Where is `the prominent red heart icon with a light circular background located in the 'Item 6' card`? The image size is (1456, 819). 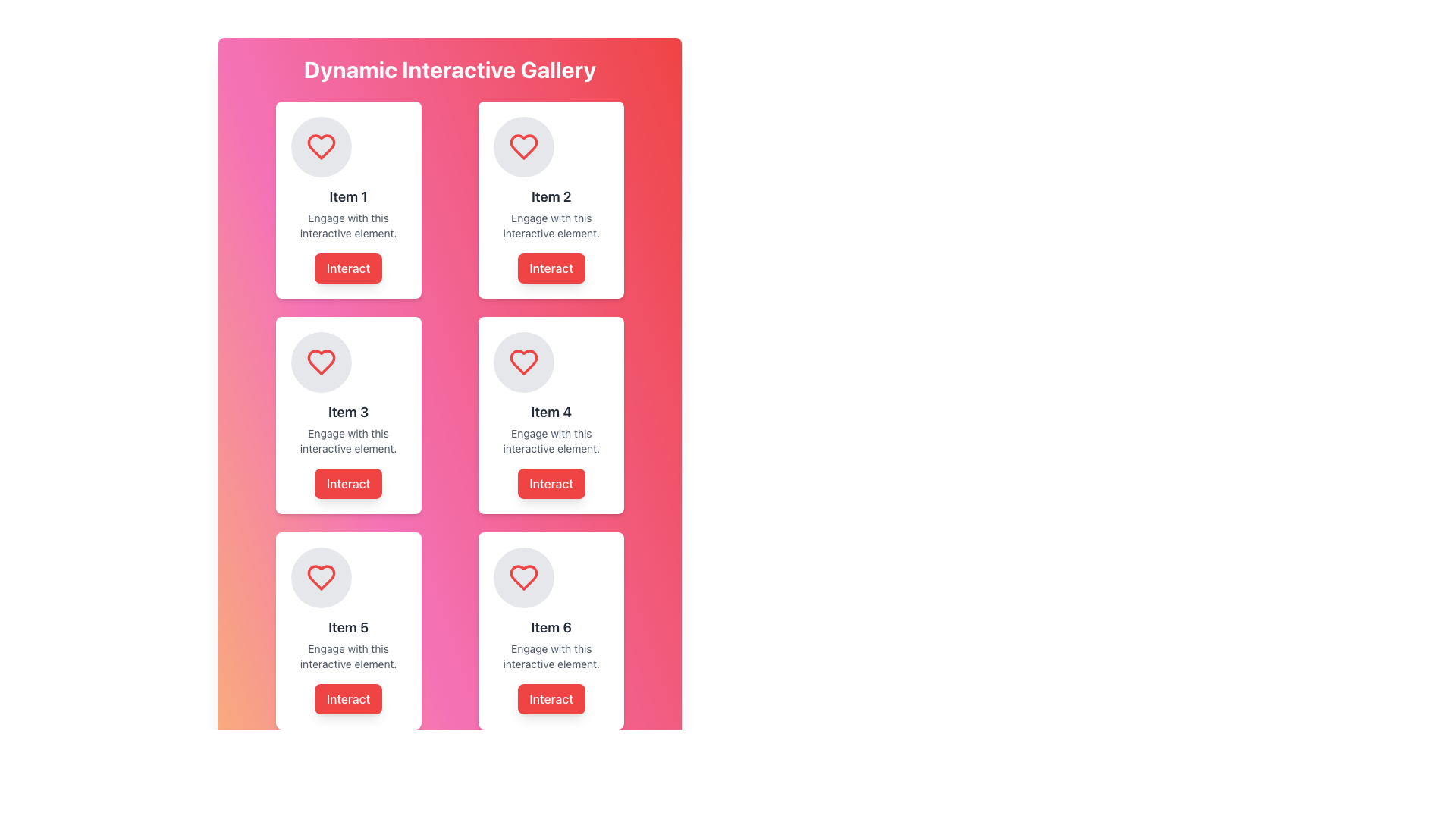
the prominent red heart icon with a light circular background located in the 'Item 6' card is located at coordinates (524, 792).